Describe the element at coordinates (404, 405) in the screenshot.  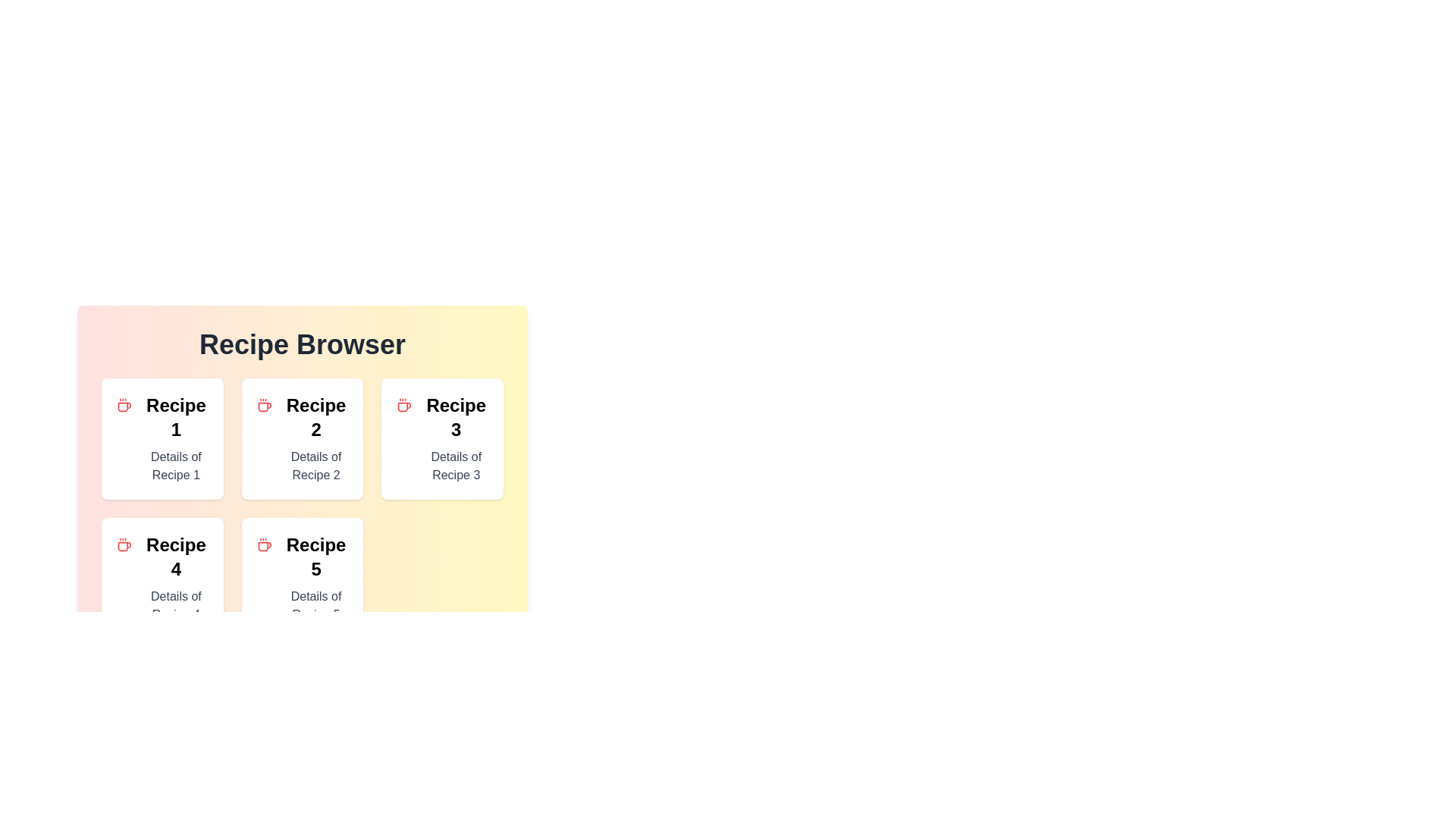
I see `label associated with the coffee-themed icon located in the top-left corner of 'Recipe 3' card, which is the third card in the first row of the recipe grid layout` at that location.